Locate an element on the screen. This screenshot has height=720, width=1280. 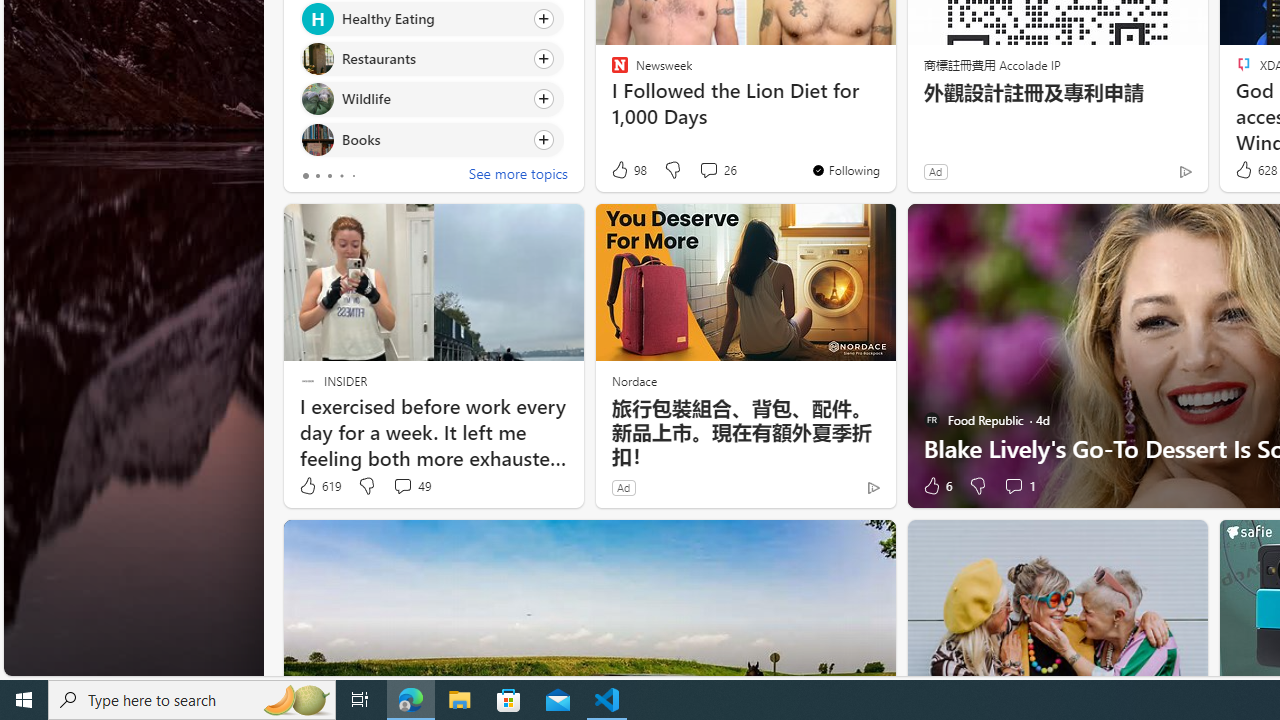
'tab-3' is located at coordinates (341, 175).